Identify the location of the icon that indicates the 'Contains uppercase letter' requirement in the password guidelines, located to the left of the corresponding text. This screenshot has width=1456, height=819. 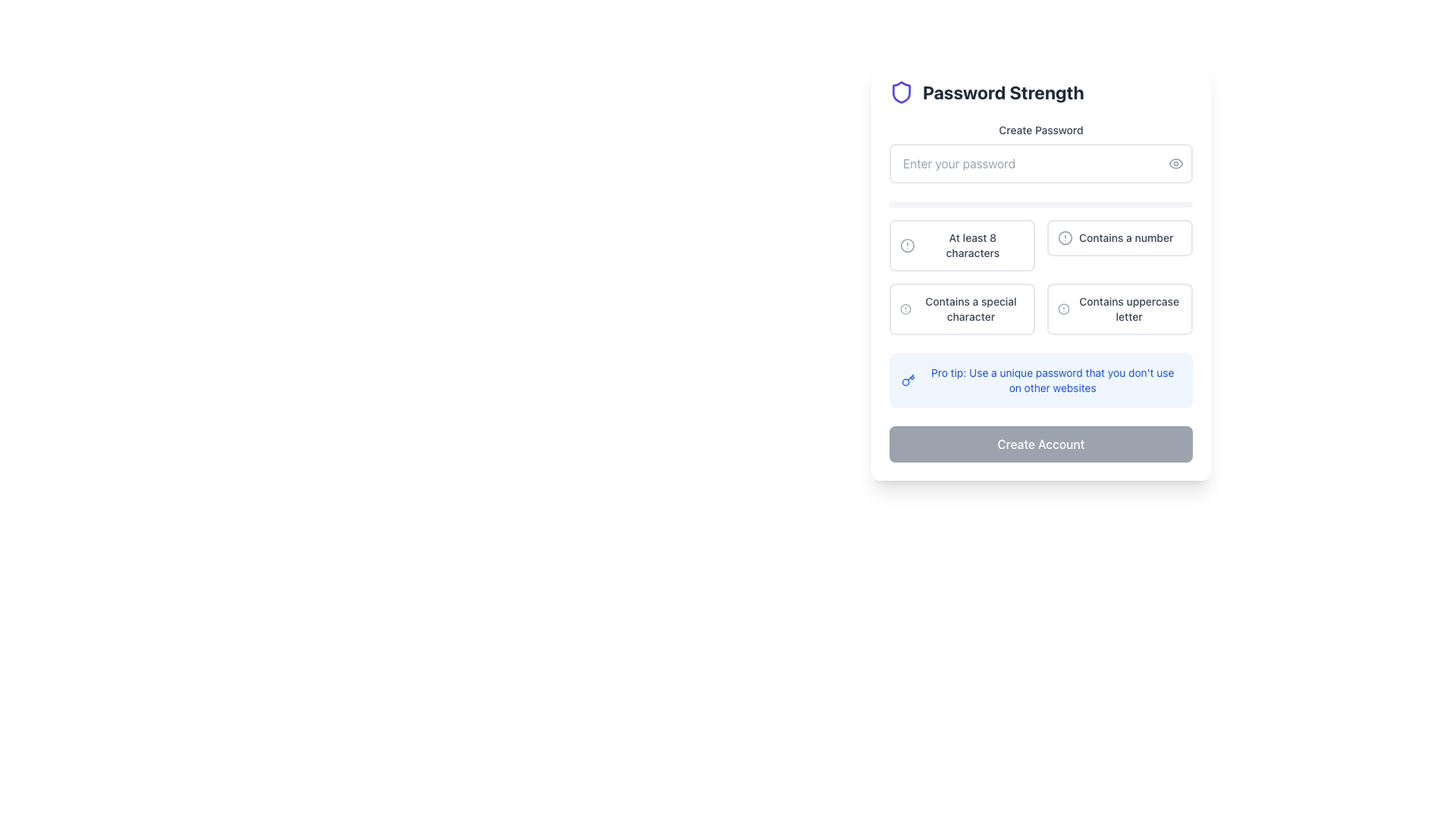
(1063, 309).